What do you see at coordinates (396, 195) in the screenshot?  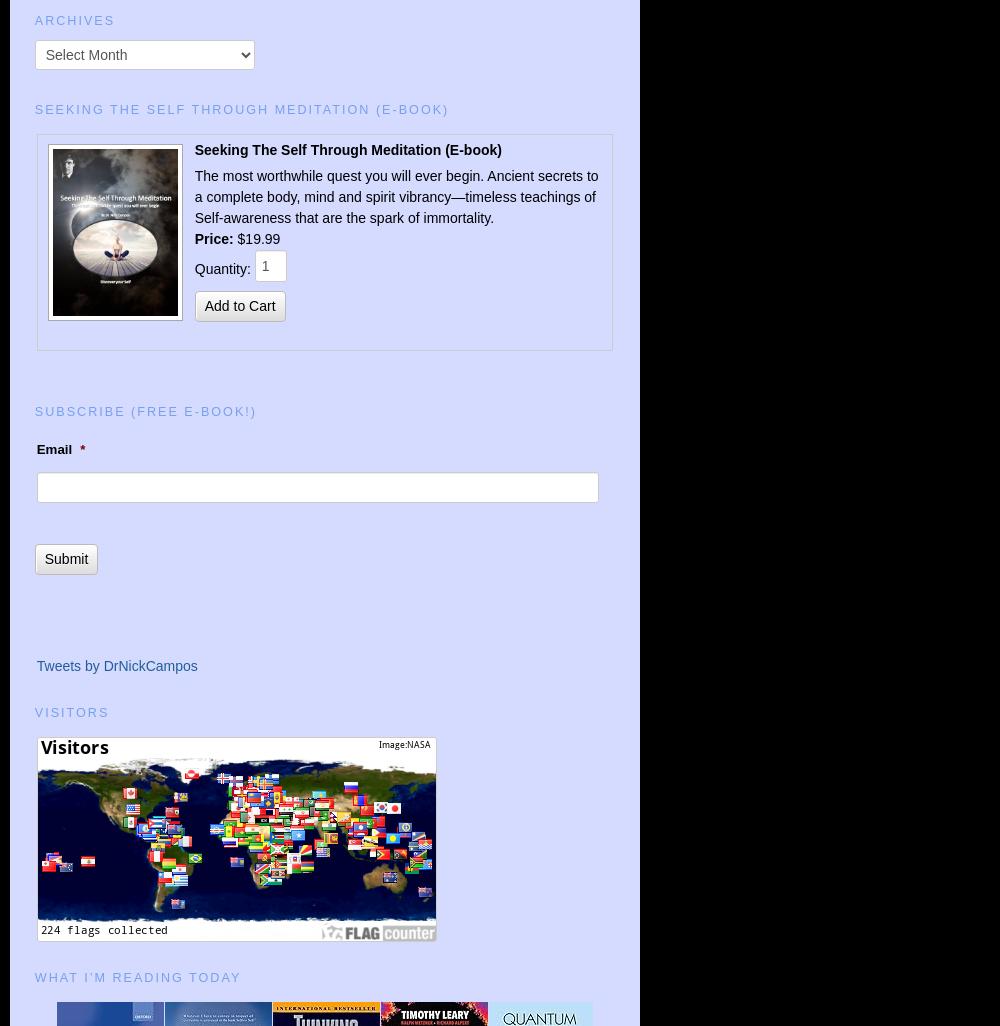 I see `'The most worthwhile quest you will ever begin. Ancient secrets to a complete body, mind and spirit vibrancy—timeless teachings of Self-awareness that are the spark of immortality.'` at bounding box center [396, 195].